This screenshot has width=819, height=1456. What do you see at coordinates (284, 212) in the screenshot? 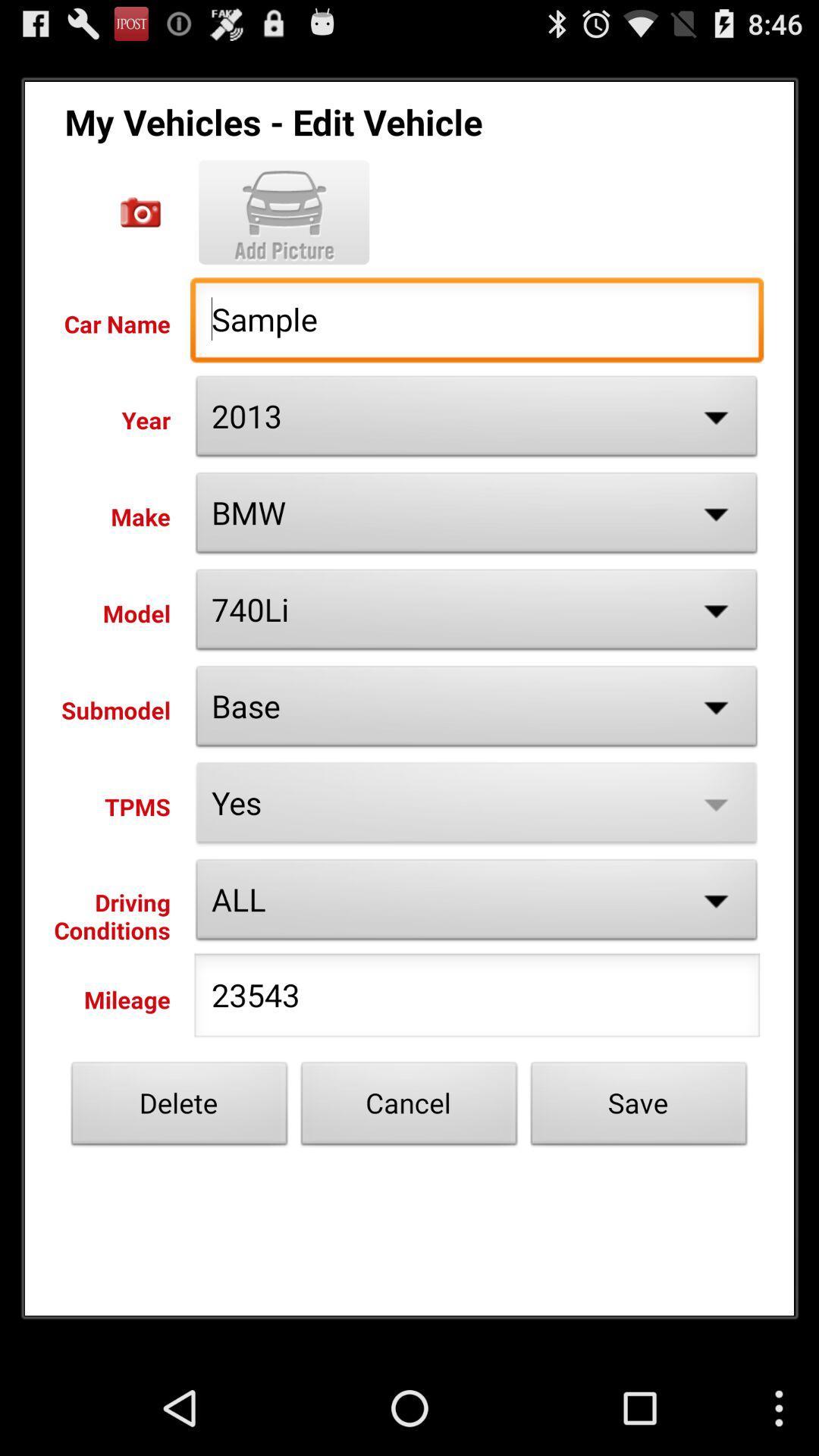
I see `picture` at bounding box center [284, 212].